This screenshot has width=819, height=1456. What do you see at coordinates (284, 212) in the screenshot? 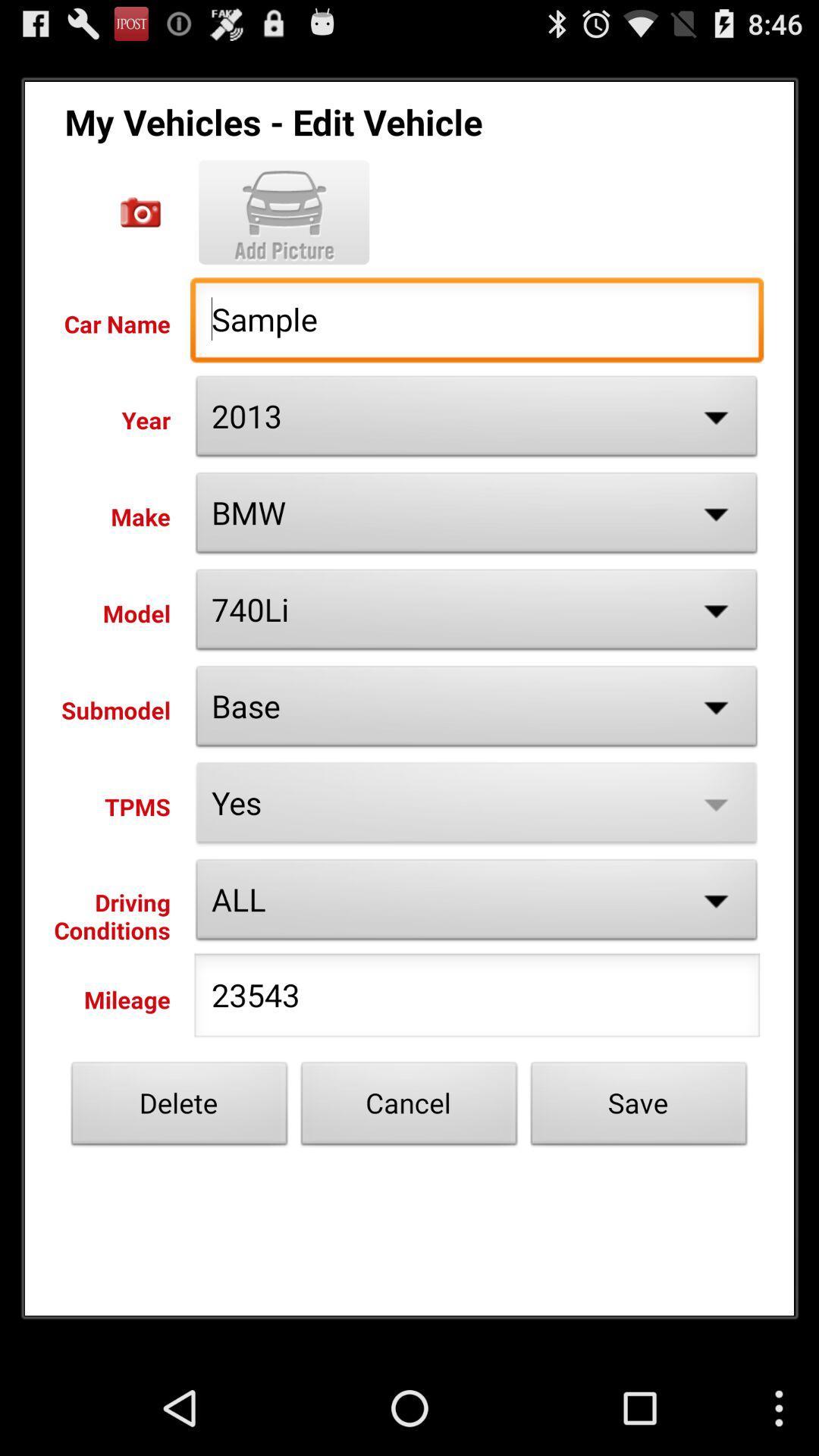
I see `picture` at bounding box center [284, 212].